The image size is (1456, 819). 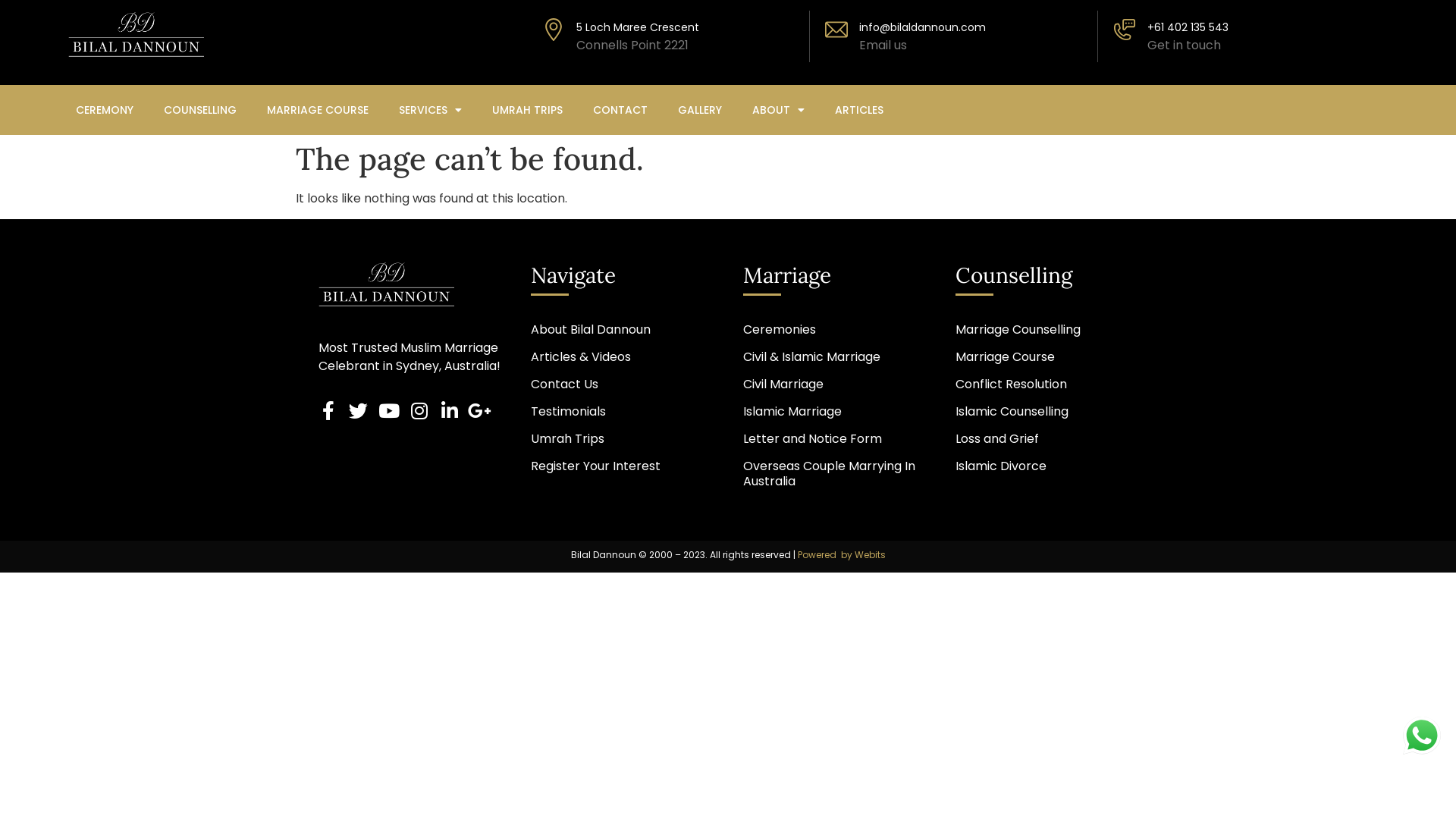 What do you see at coordinates (1046, 383) in the screenshot?
I see `'Conflict Resolution'` at bounding box center [1046, 383].